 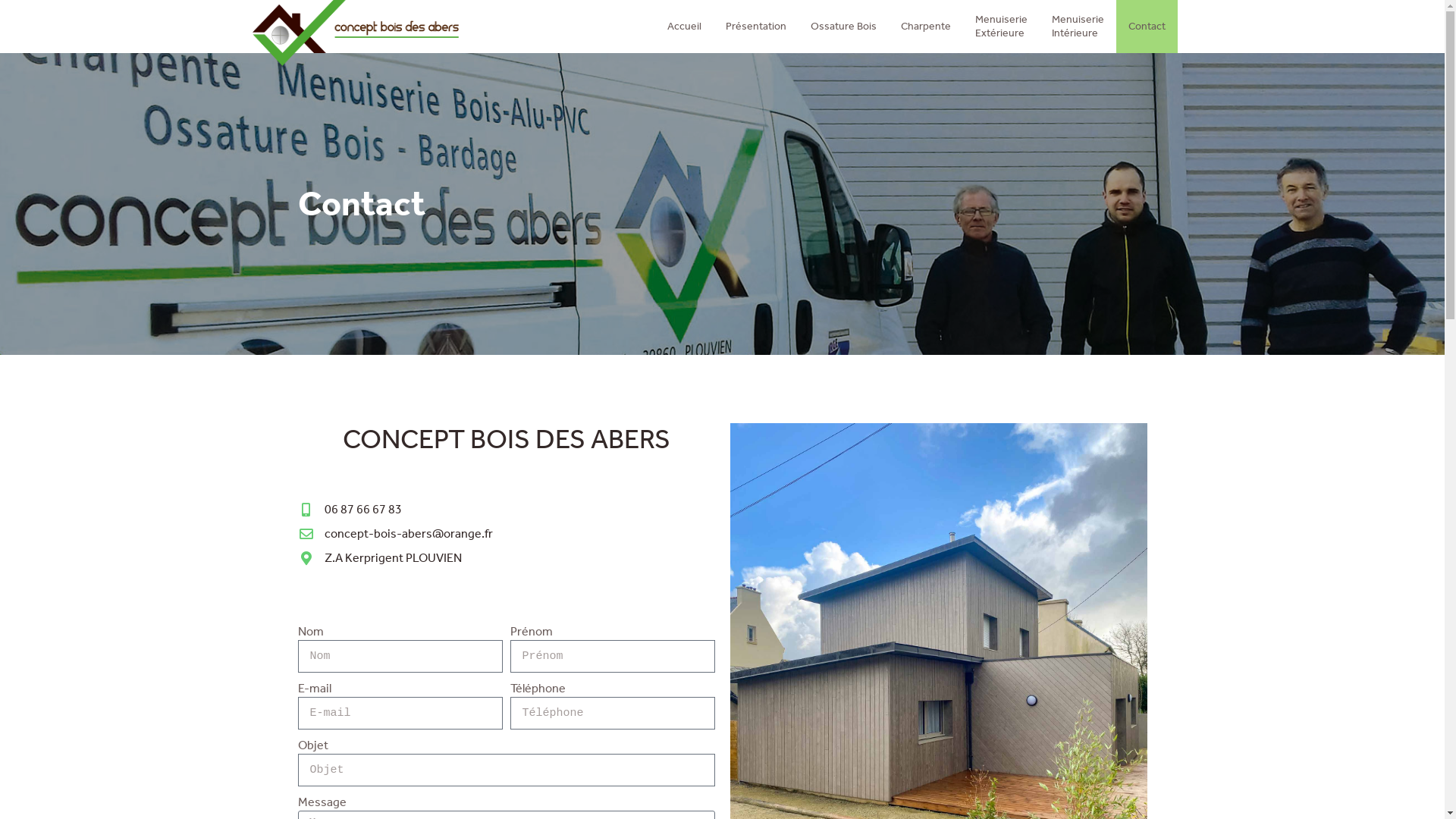 I want to click on 'Concept Bois des Abers', so click(x=354, y=33).